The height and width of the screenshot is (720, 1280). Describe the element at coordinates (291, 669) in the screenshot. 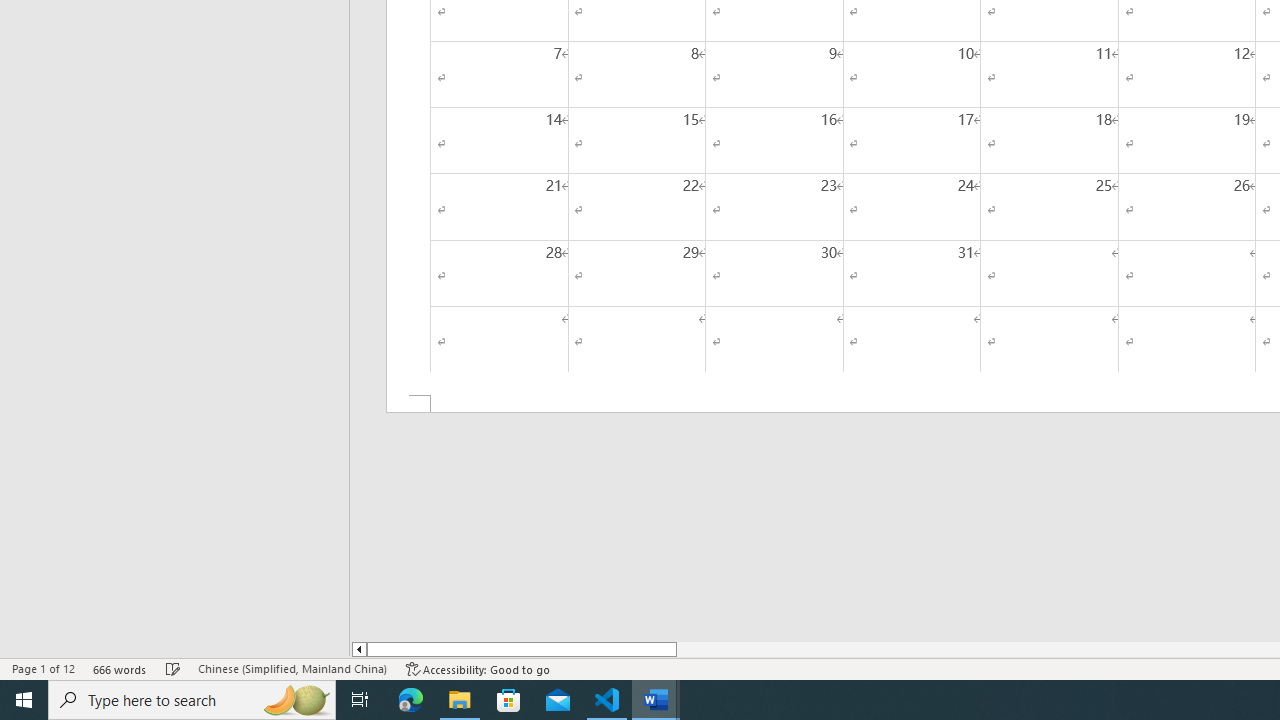

I see `'Language Chinese (Simplified, Mainland China)'` at that location.